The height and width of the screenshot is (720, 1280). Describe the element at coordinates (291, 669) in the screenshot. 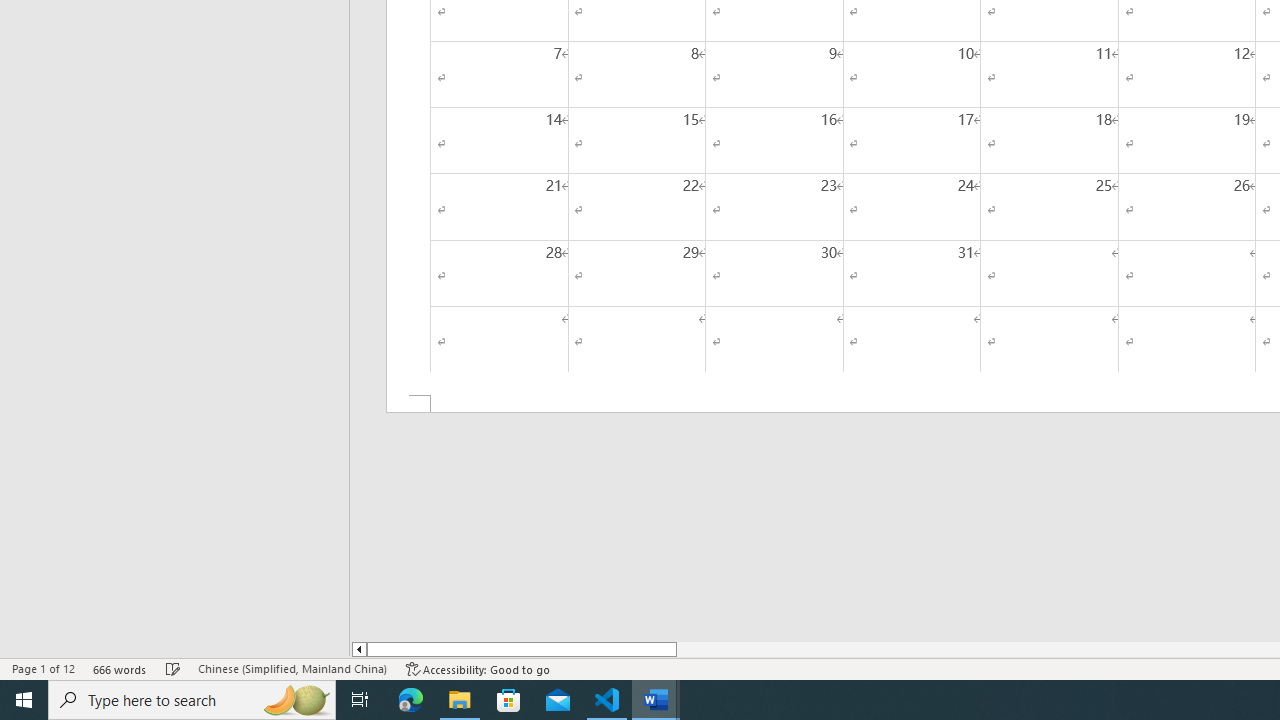

I see `'Language Chinese (Simplified, Mainland China)'` at that location.